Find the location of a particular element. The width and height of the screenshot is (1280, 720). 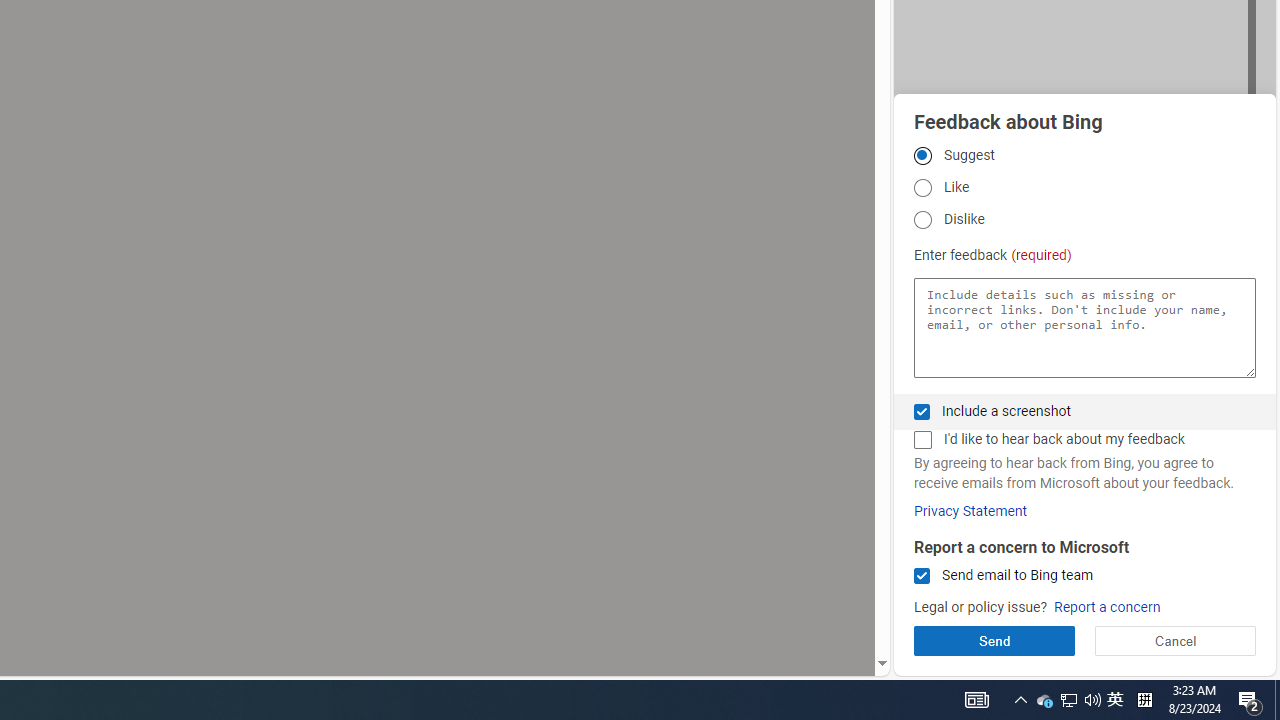

'I' is located at coordinates (921, 439).